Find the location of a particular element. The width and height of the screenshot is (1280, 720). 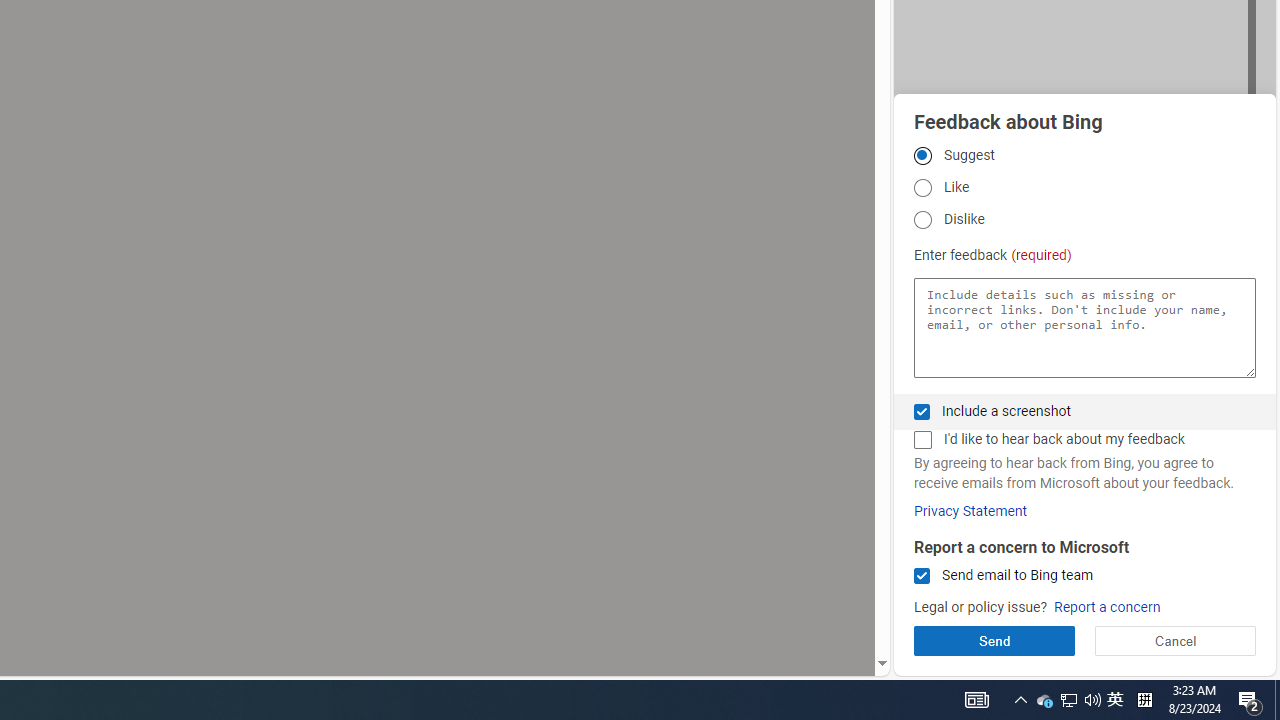

'I' is located at coordinates (921, 439).